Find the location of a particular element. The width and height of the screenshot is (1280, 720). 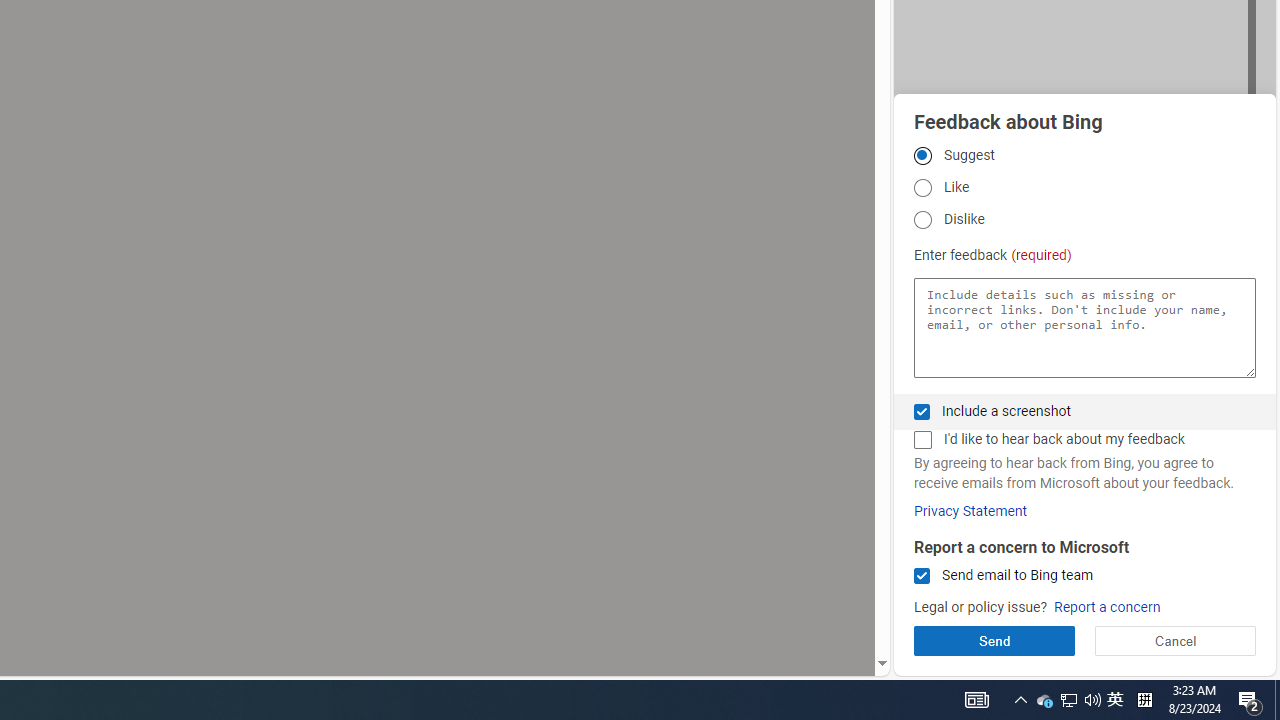

'I' is located at coordinates (921, 439).